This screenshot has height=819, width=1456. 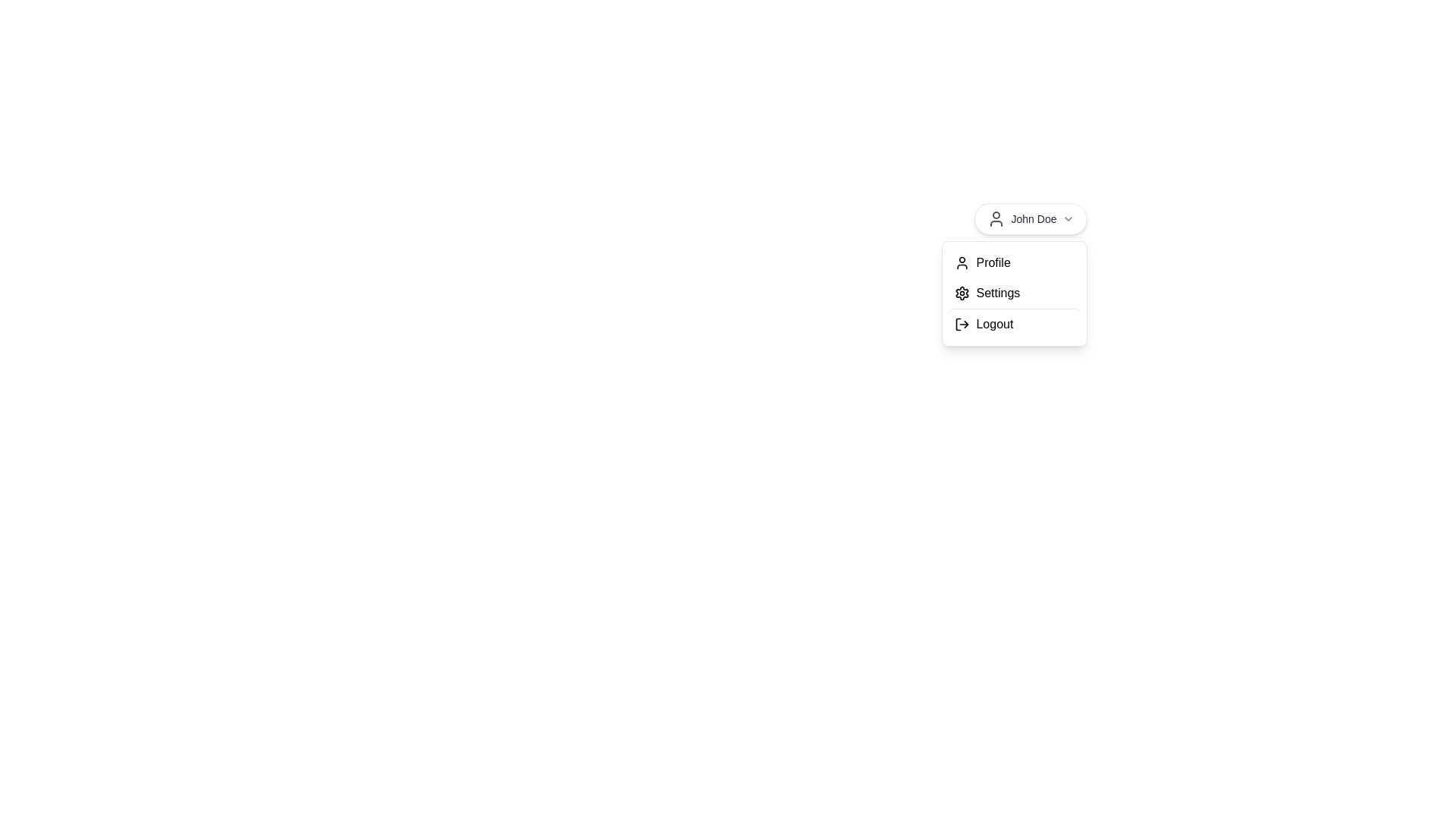 What do you see at coordinates (1068, 219) in the screenshot?
I see `the Dropdown indicator (chevron icon) located at the far right of the button containing 'John Doe'` at bounding box center [1068, 219].